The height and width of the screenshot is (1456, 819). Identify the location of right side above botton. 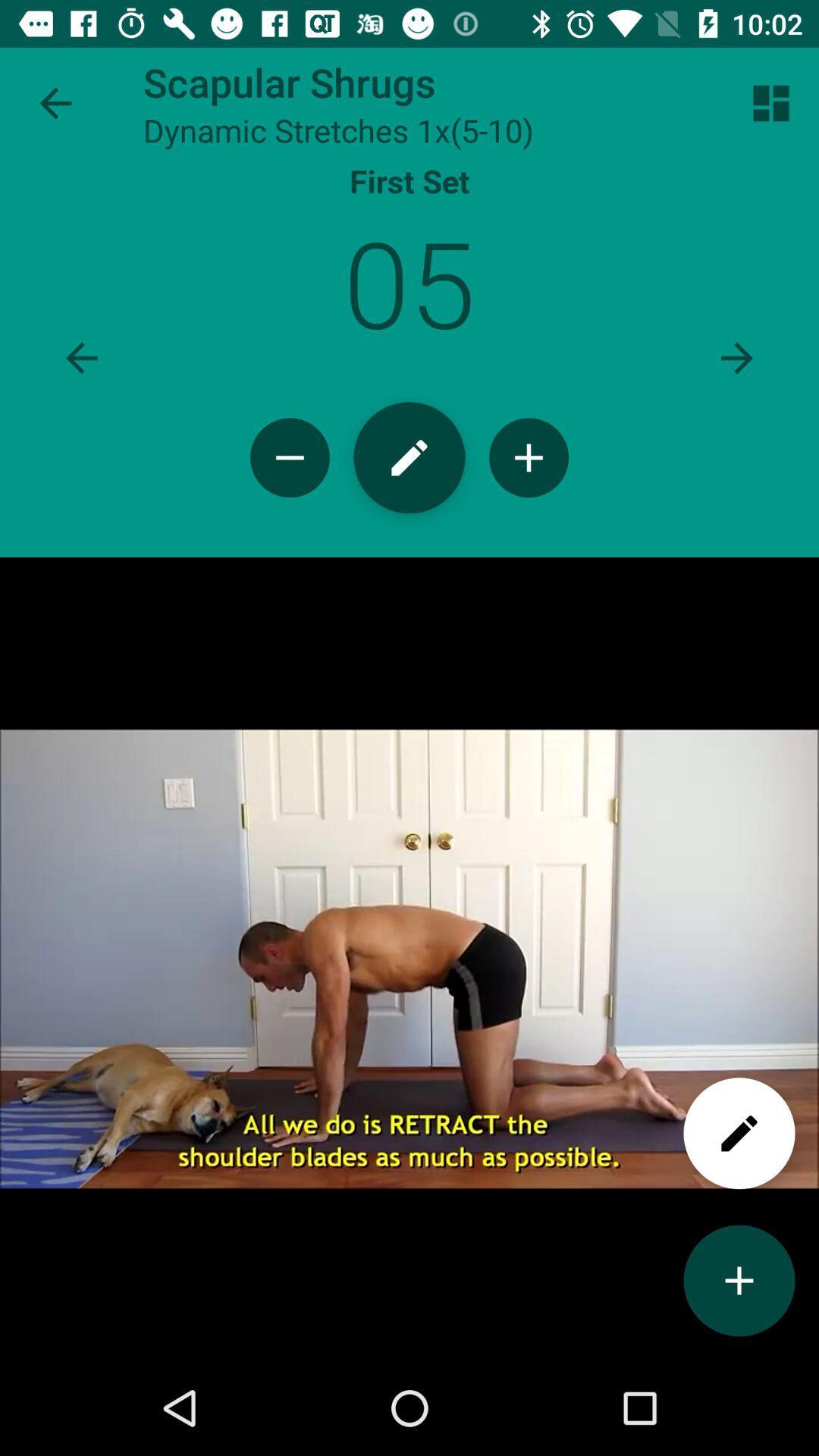
(771, 103).